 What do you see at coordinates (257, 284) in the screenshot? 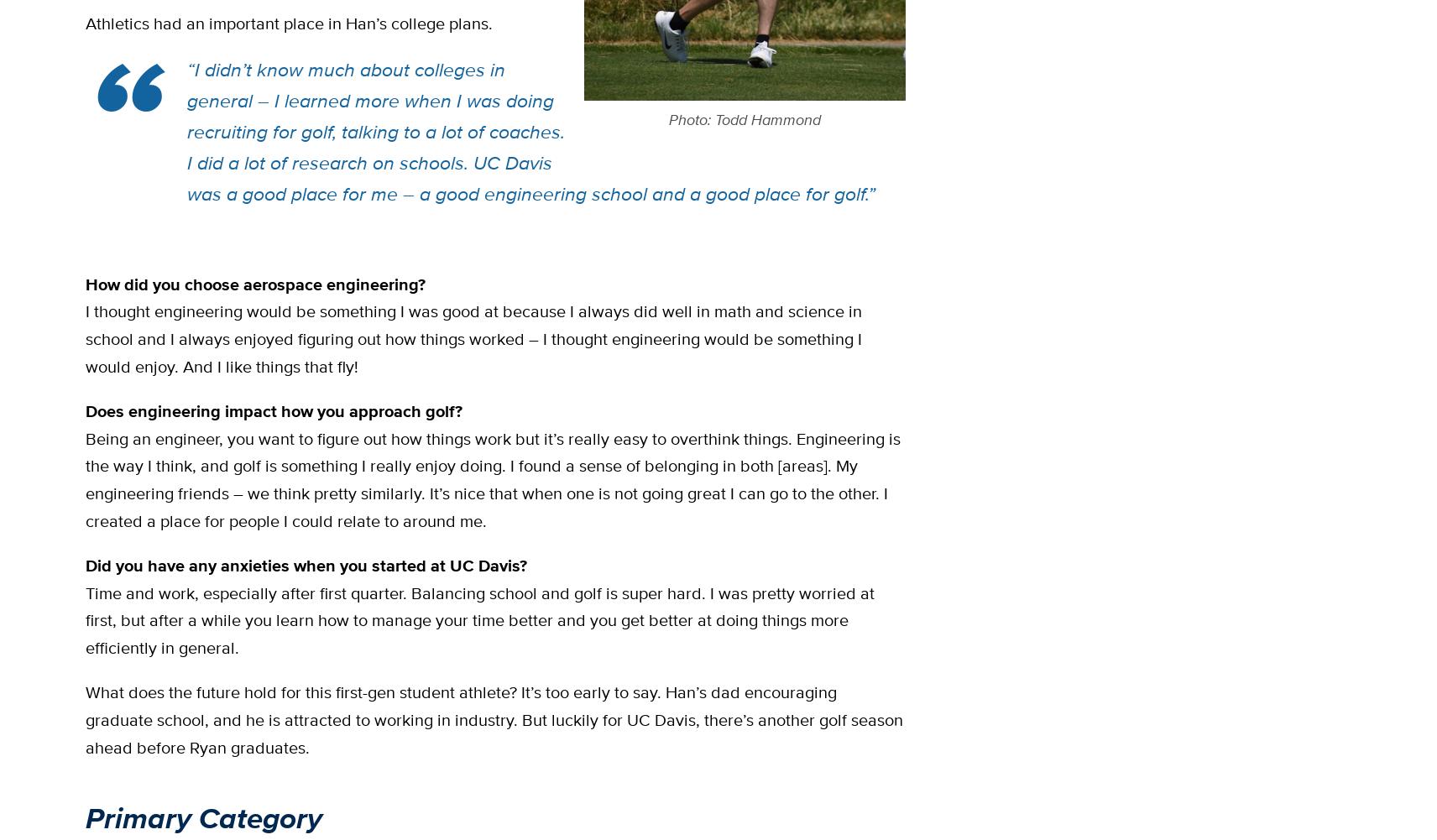
I see `'How did you choose aerospace engineering?'` at bounding box center [257, 284].